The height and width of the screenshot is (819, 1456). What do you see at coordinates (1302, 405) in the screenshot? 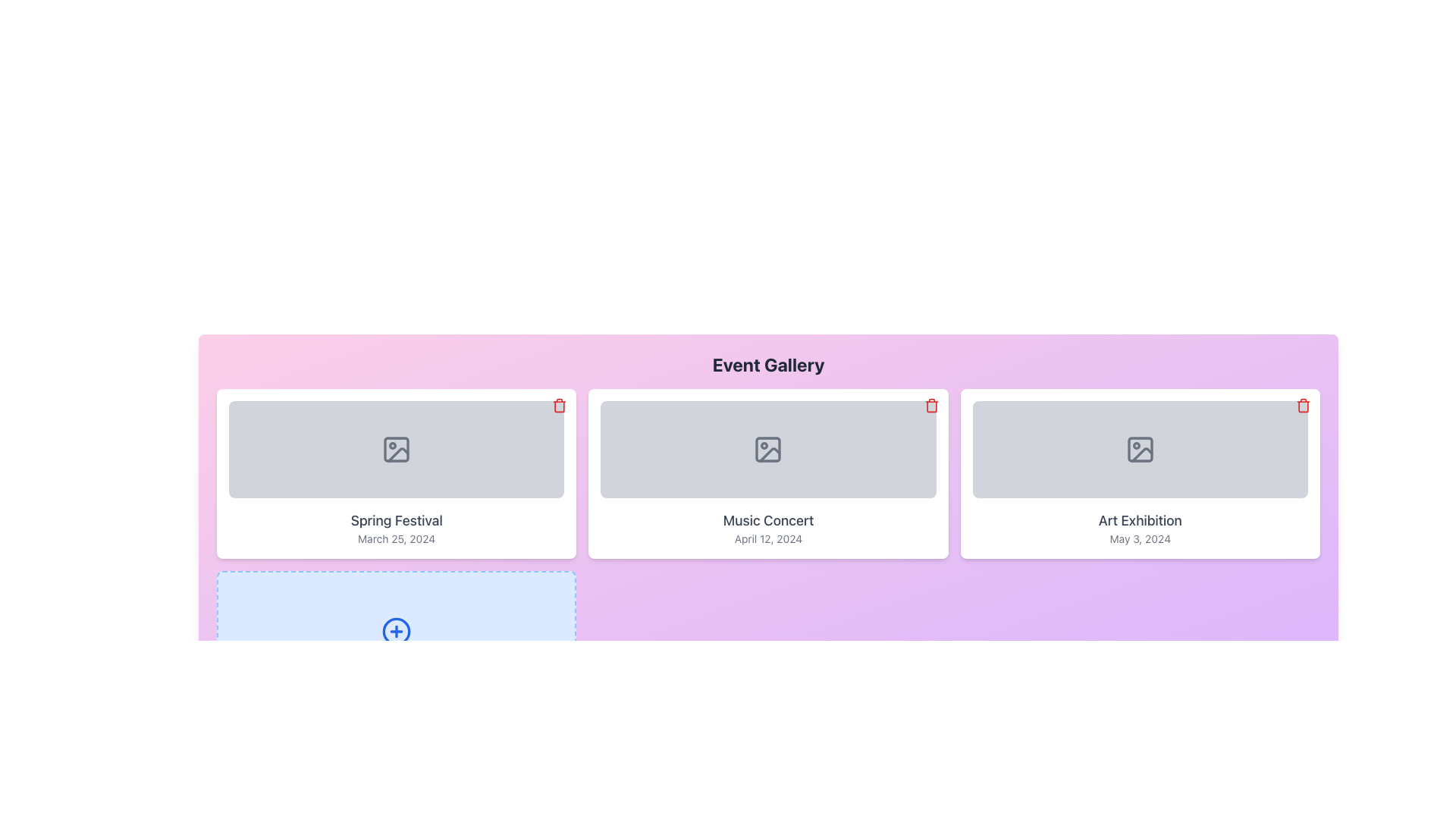
I see `the delete icon in the top-right corner of the card` at bounding box center [1302, 405].